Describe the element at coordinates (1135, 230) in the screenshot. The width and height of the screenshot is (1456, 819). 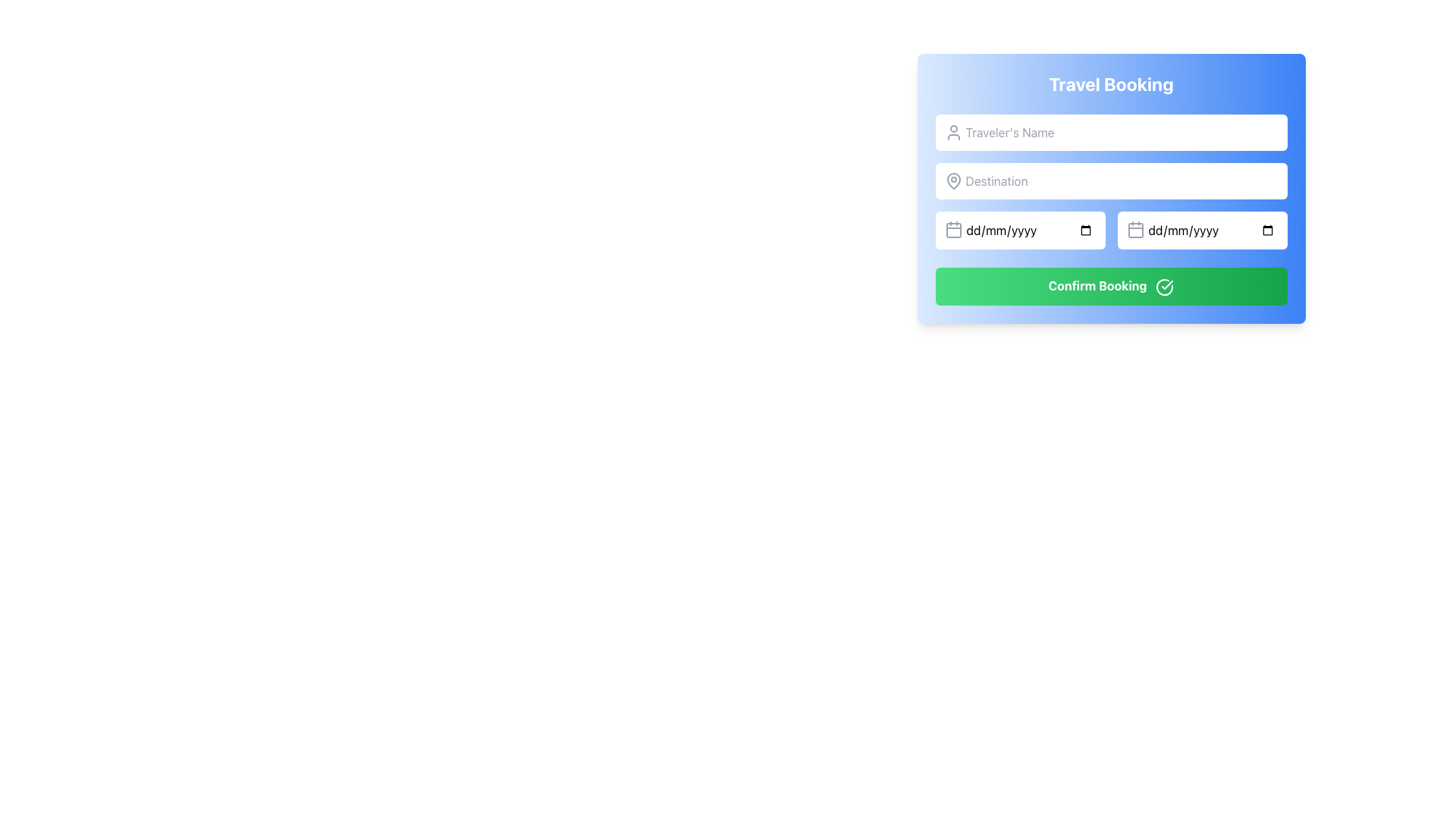
I see `the minimalist flat design calendar icon located to the left of the second date input field` at that location.